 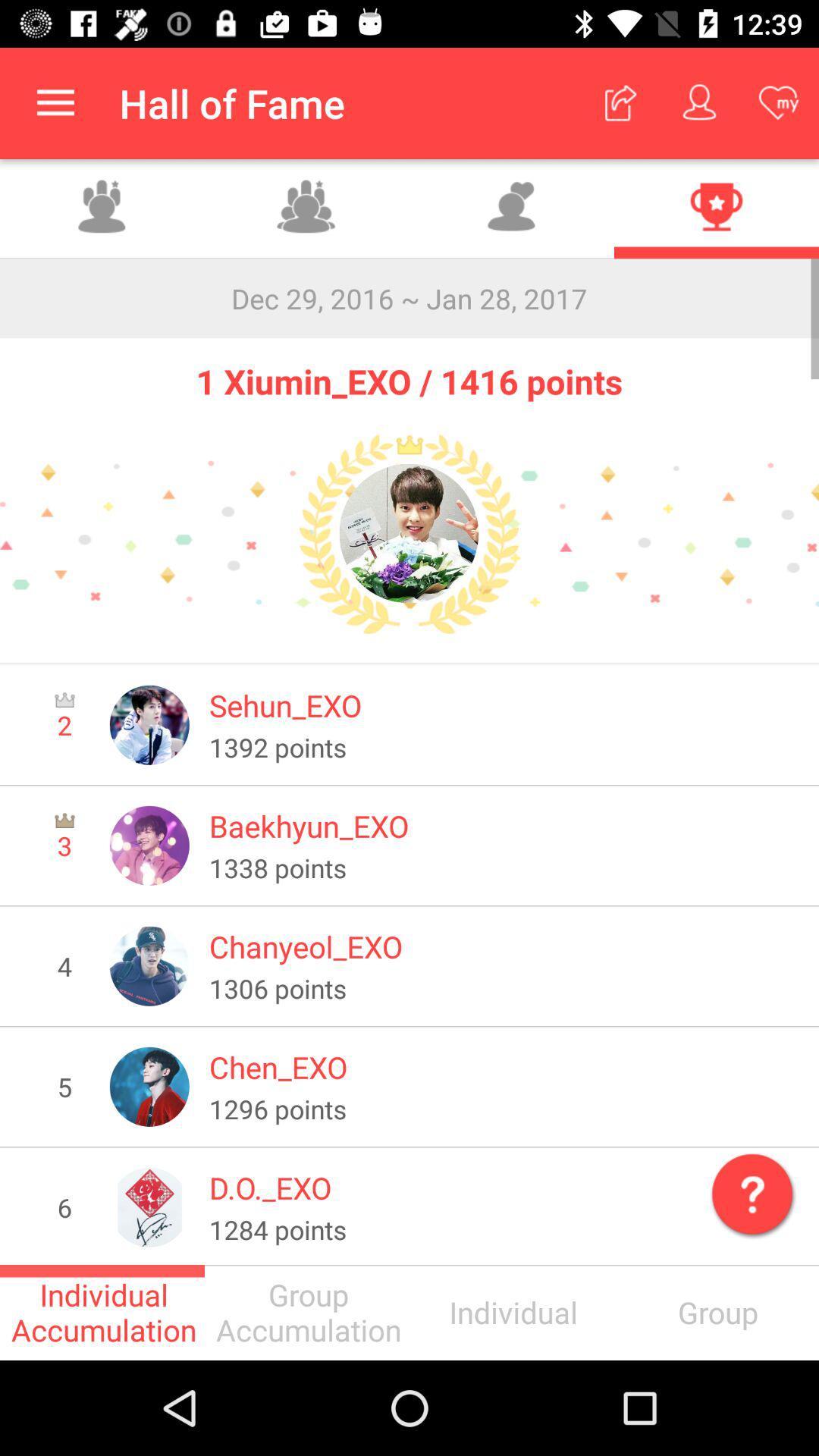 What do you see at coordinates (717, 1312) in the screenshot?
I see `the text just below  mark` at bounding box center [717, 1312].